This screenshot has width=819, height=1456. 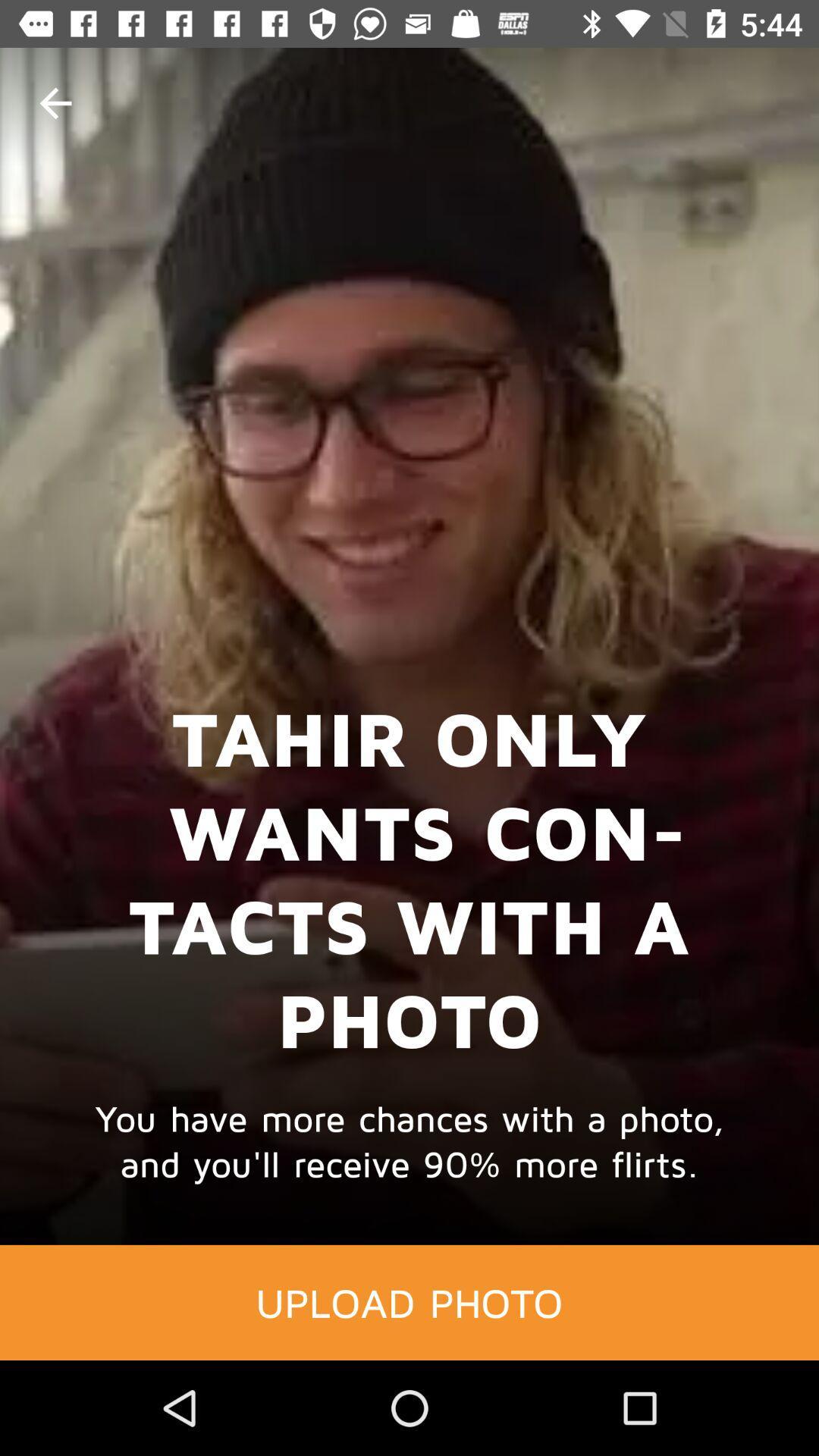 What do you see at coordinates (55, 102) in the screenshot?
I see `the item at the top left corner` at bounding box center [55, 102].